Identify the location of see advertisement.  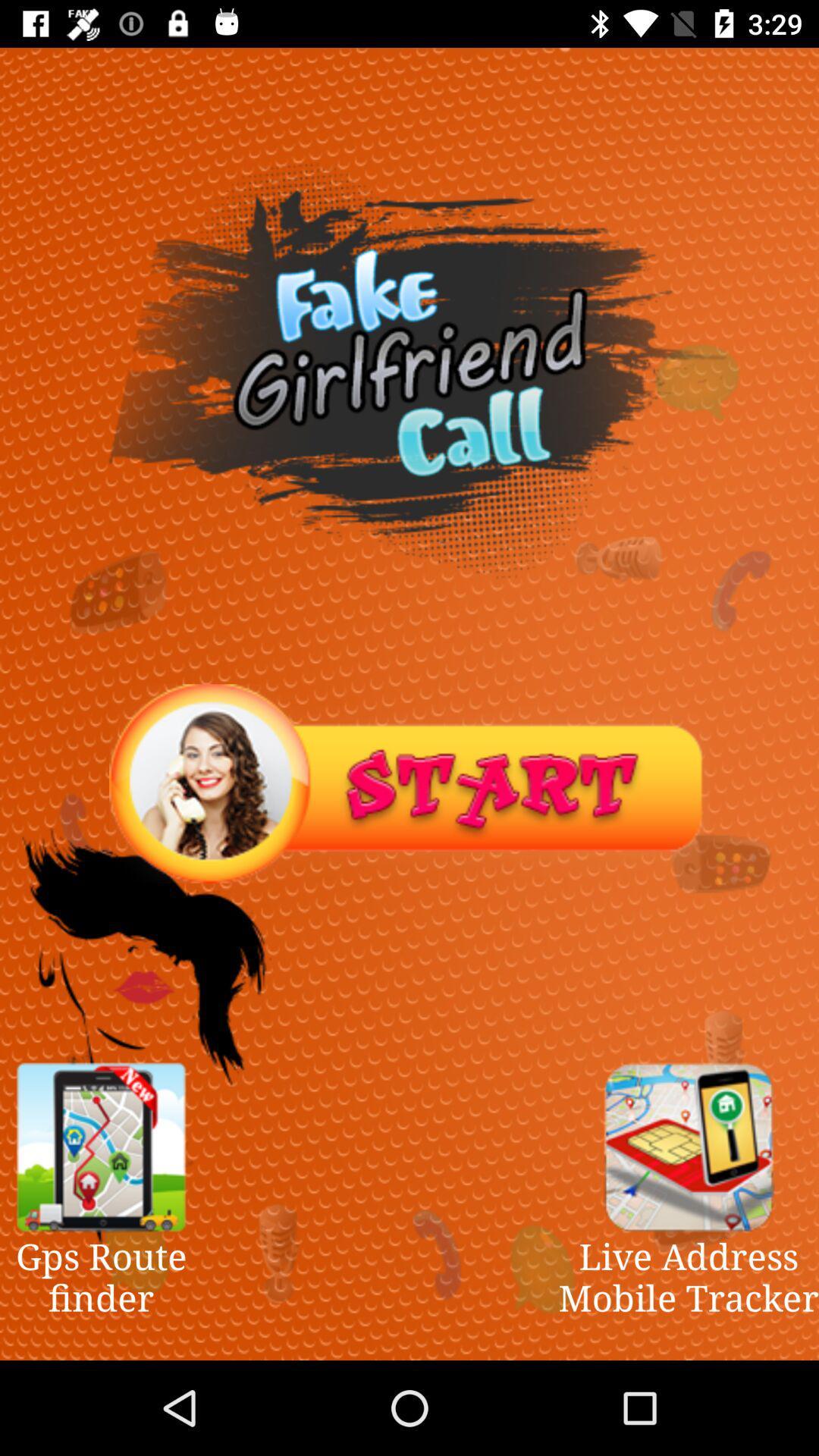
(689, 1147).